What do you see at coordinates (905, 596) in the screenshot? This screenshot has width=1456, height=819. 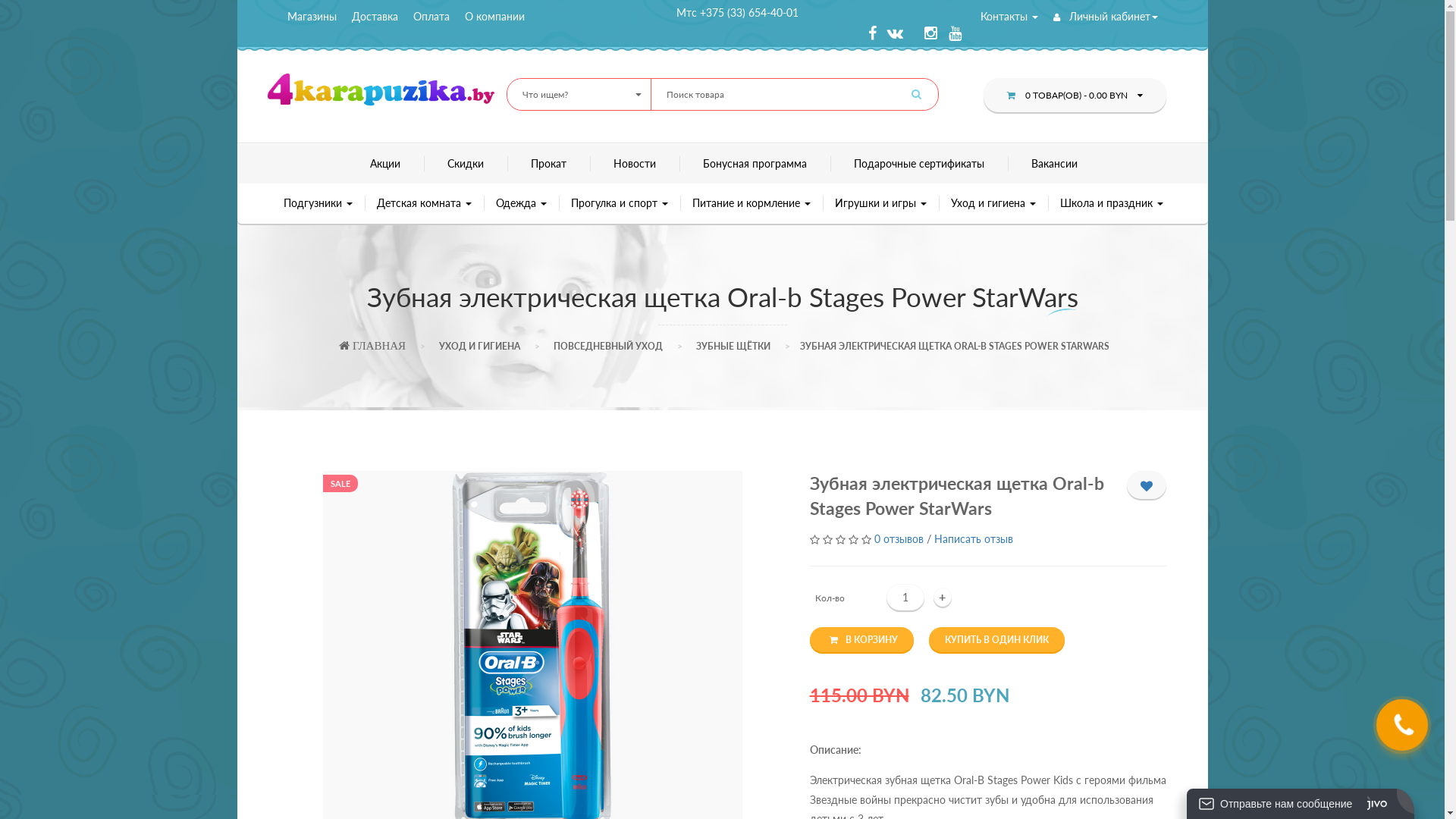 I see `'Qty'` at bounding box center [905, 596].